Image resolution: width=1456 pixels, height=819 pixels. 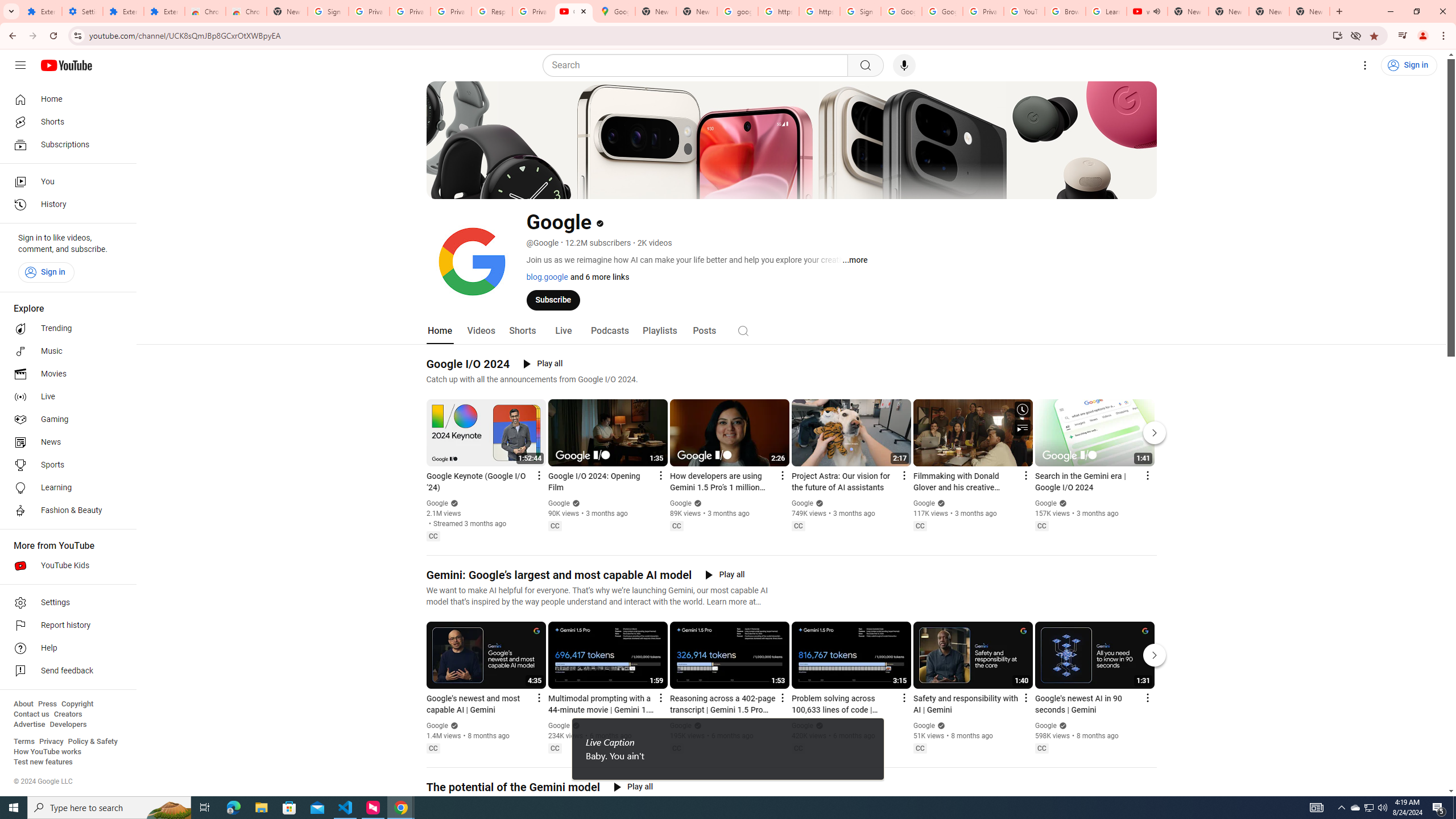 What do you see at coordinates (552, 299) in the screenshot?
I see `'Subscribe'` at bounding box center [552, 299].